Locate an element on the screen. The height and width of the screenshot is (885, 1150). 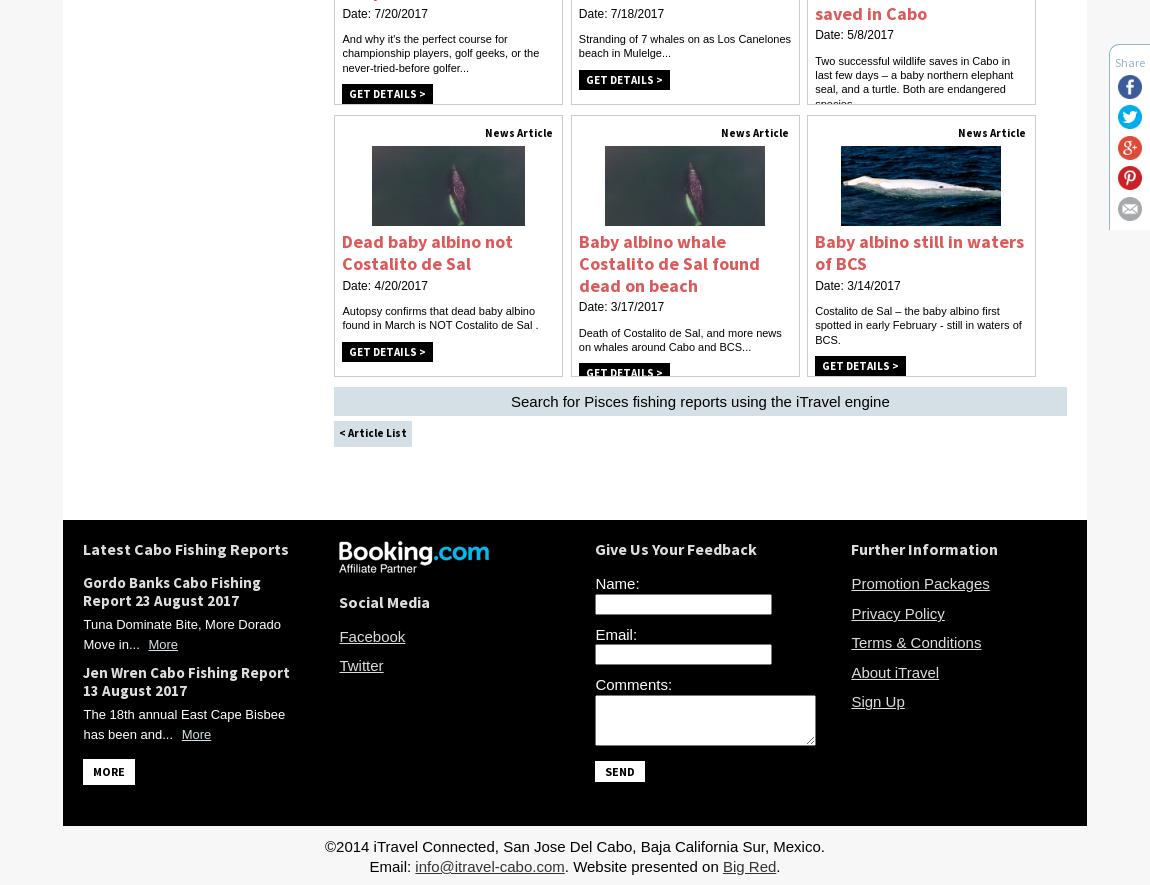
'Tuna Dominate Bite, More Dorado Move in...' is located at coordinates (82, 633).